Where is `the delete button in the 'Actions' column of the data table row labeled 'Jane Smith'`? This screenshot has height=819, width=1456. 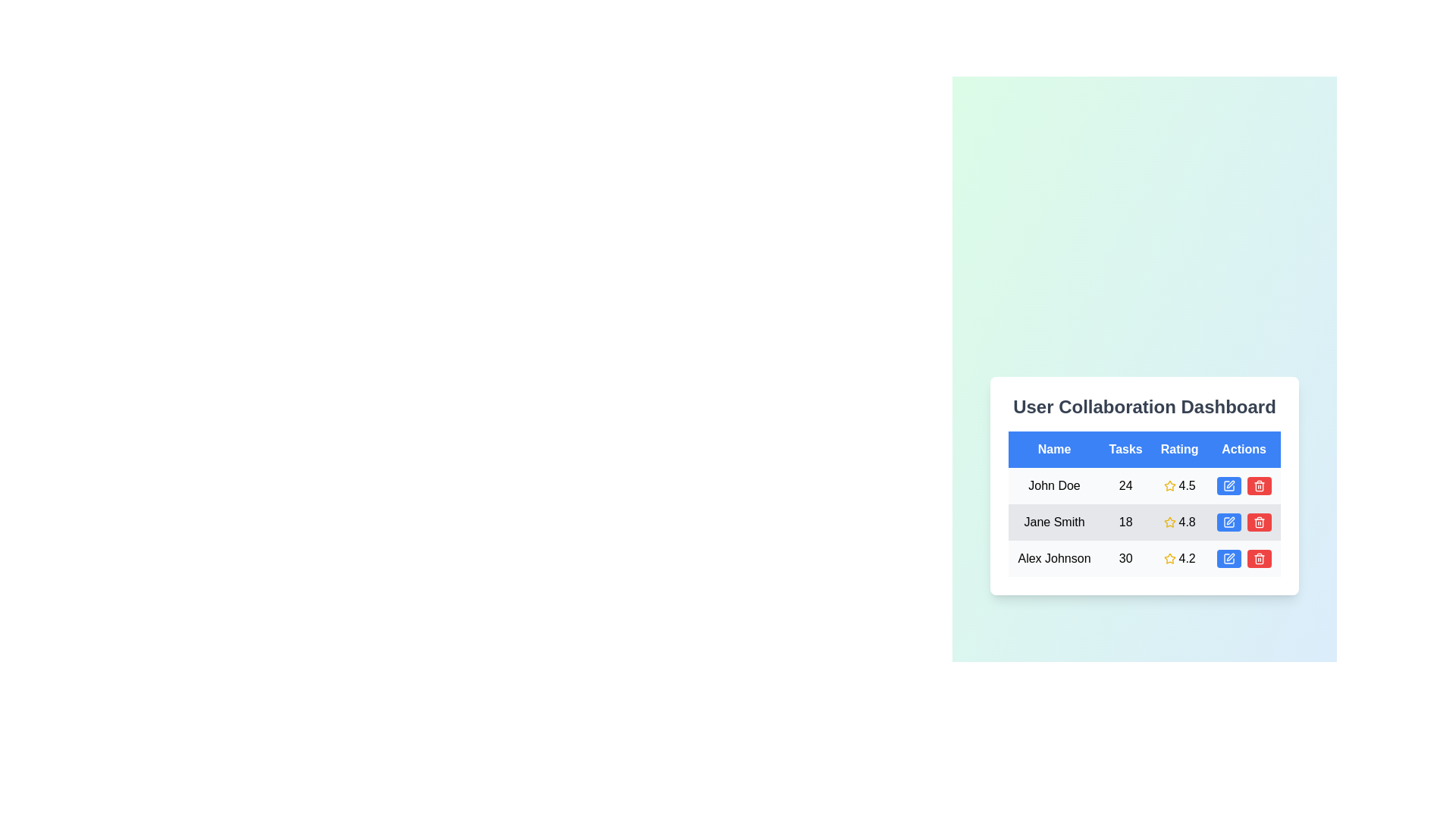 the delete button in the 'Actions' column of the data table row labeled 'Jane Smith' is located at coordinates (1259, 522).